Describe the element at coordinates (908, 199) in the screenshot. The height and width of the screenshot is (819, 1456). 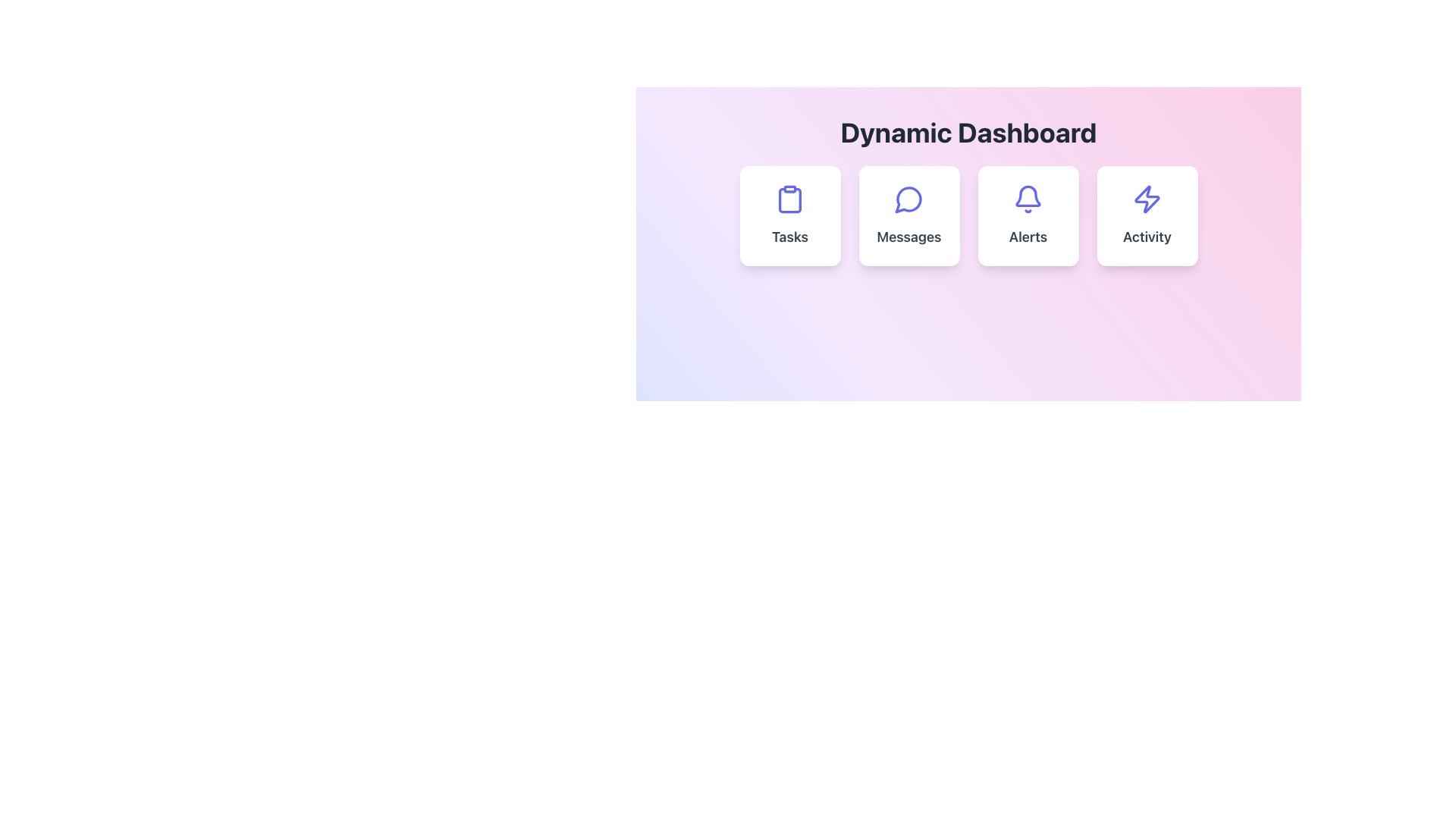
I see `the speech bubble icon representing messages, which is the second element from the left beneath the 'Messages' text` at that location.